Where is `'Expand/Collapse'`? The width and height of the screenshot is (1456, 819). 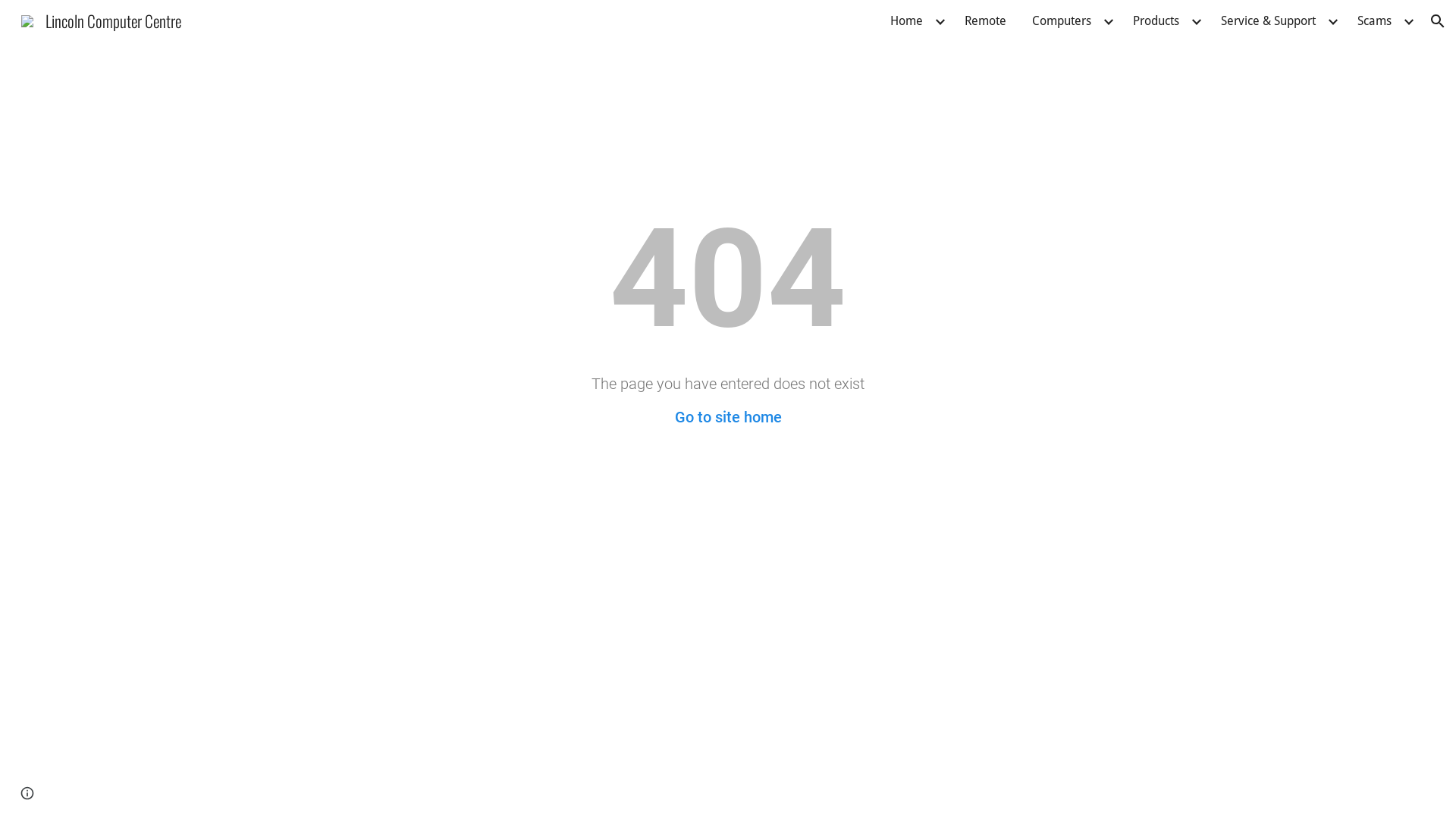
'Expand/Collapse' is located at coordinates (1331, 20).